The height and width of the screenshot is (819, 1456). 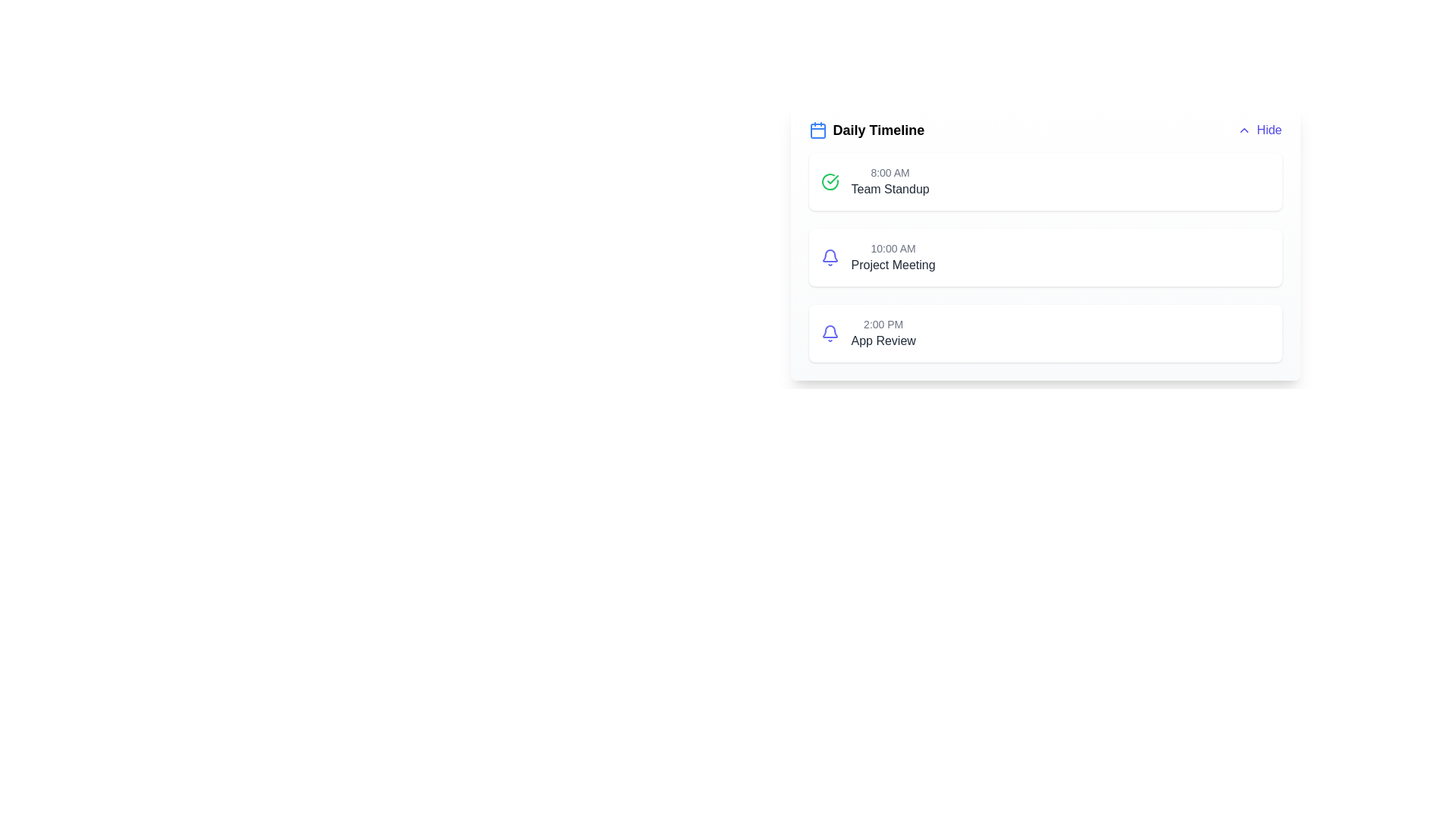 What do you see at coordinates (829, 256) in the screenshot?
I see `the bell icon with a light blue outline indicating an alert, which is located to the left of the '10:00 AM Project Meeting' segment on the timeline interface` at bounding box center [829, 256].